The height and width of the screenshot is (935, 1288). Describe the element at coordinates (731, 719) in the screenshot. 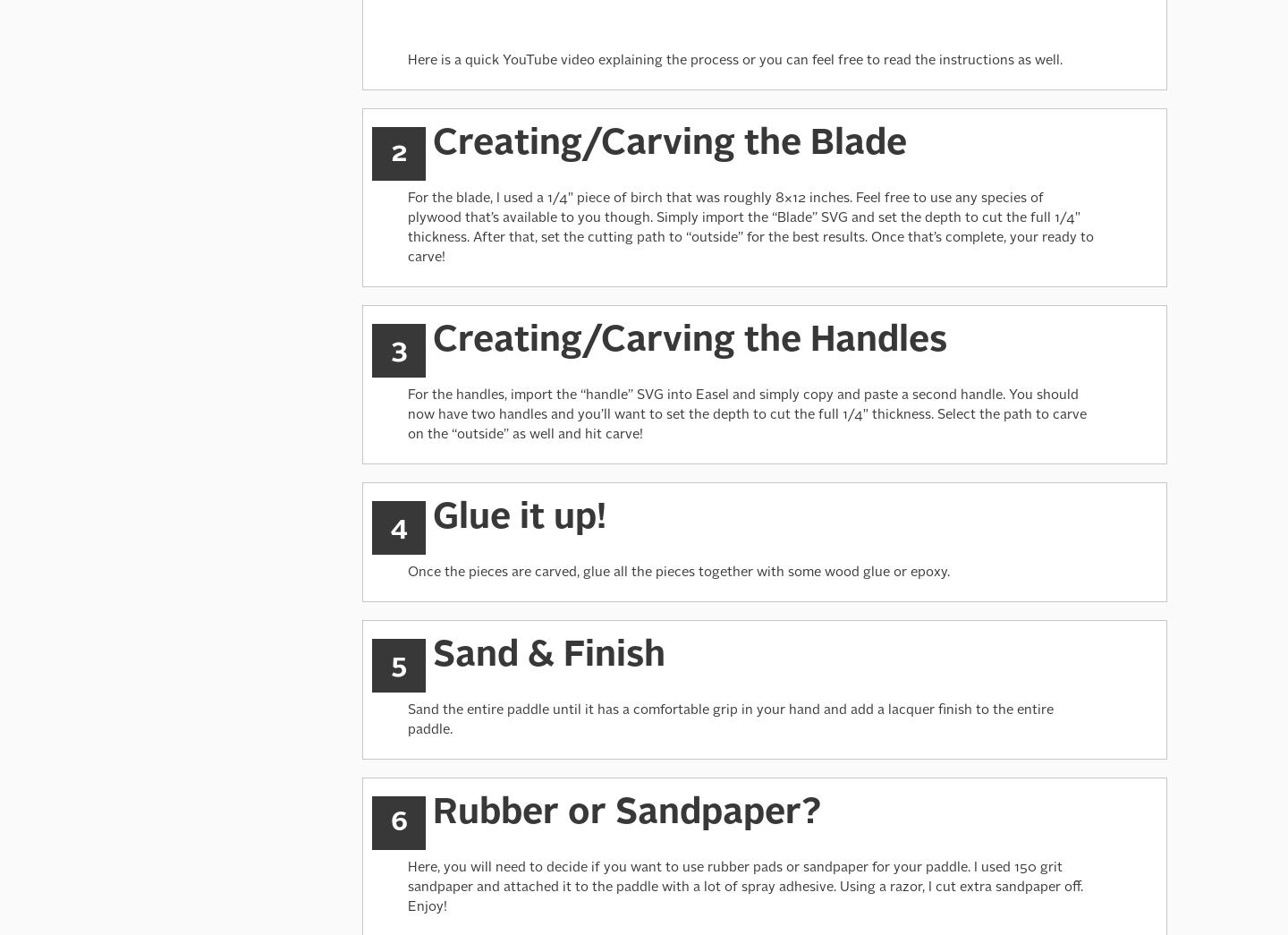

I see `'Sand the entire paddle until it has a comfortable grip in your hand and add a lacquer finish to the entire paddle.'` at that location.